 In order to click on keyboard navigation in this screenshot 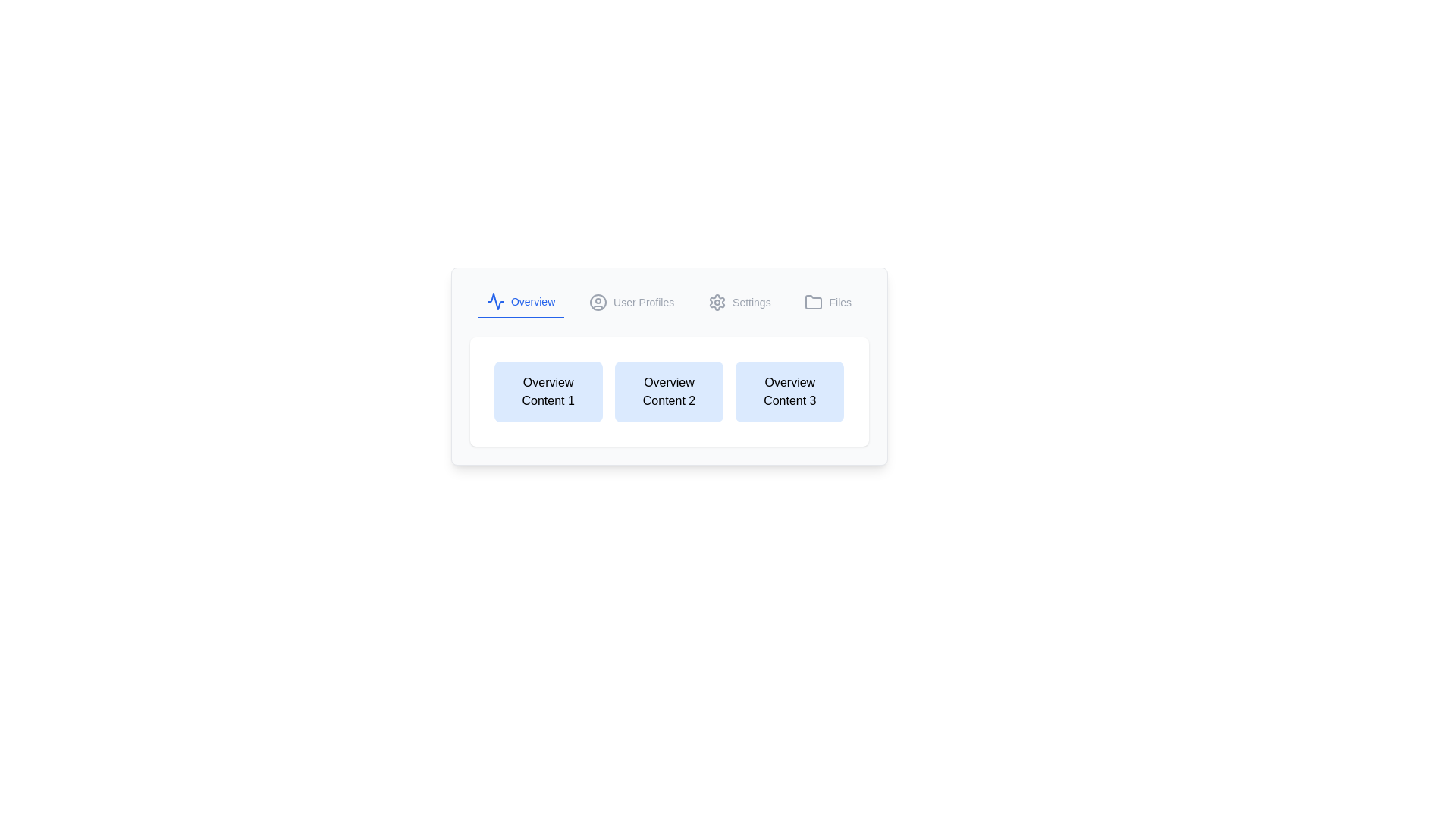, I will do `click(644, 302)`.